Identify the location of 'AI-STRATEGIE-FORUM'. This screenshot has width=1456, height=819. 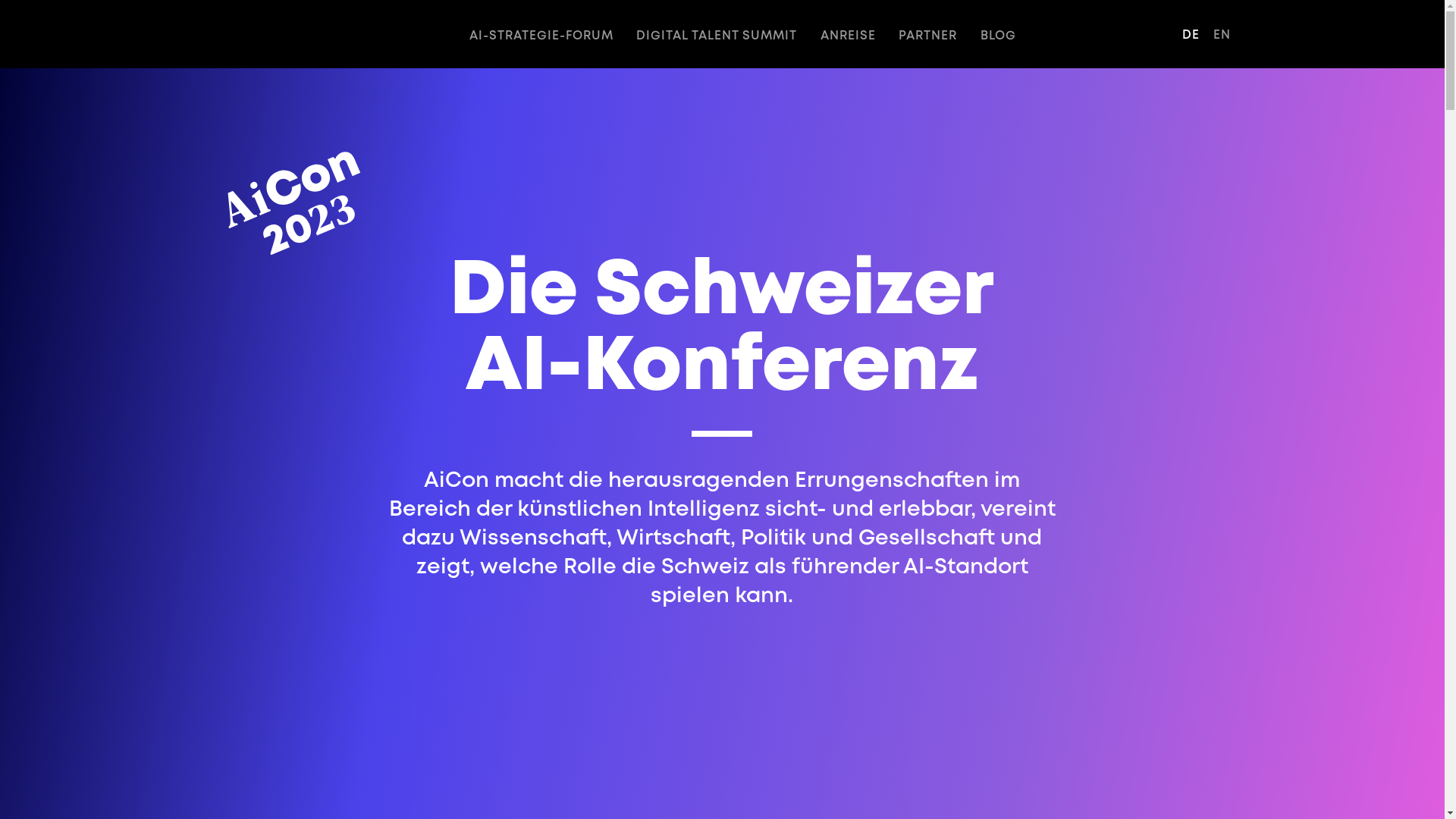
(541, 34).